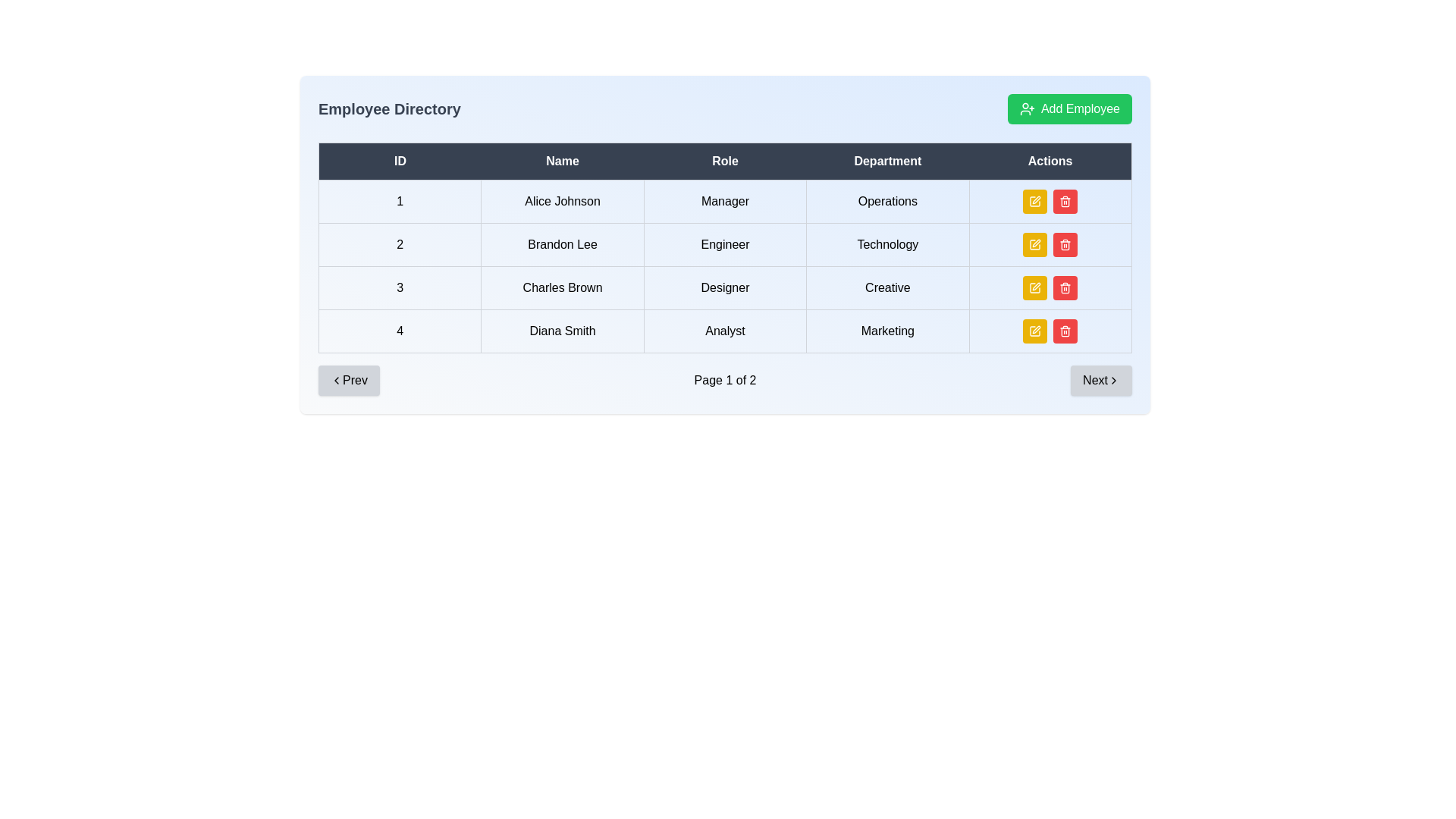 Image resolution: width=1456 pixels, height=819 pixels. What do you see at coordinates (562, 288) in the screenshot?
I see `the text label displaying 'Charles Brown', located in the second column of the third row of the table under the 'Name' header` at bounding box center [562, 288].